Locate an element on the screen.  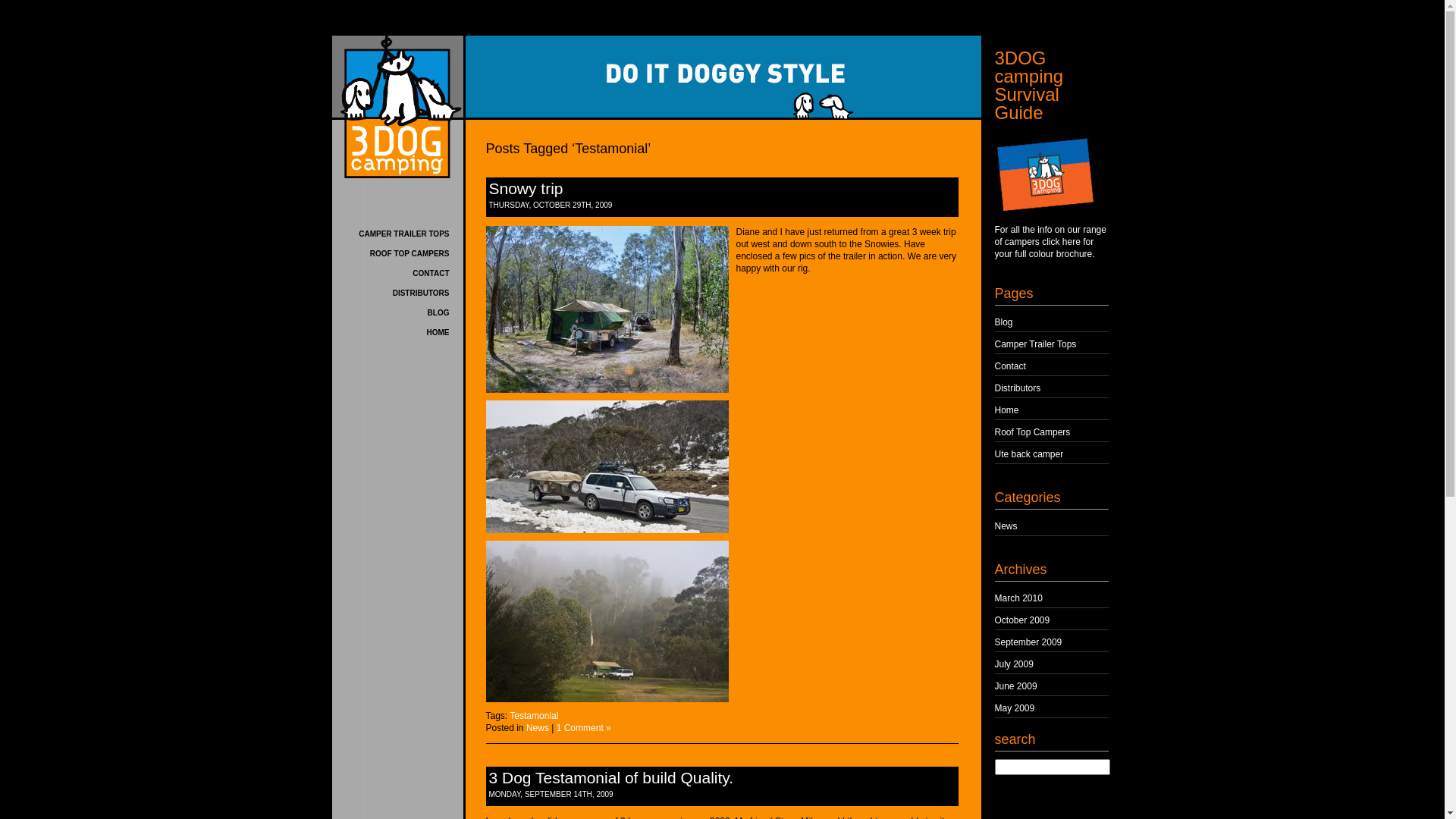
'DISTRIBUTORS' is located at coordinates (393, 293).